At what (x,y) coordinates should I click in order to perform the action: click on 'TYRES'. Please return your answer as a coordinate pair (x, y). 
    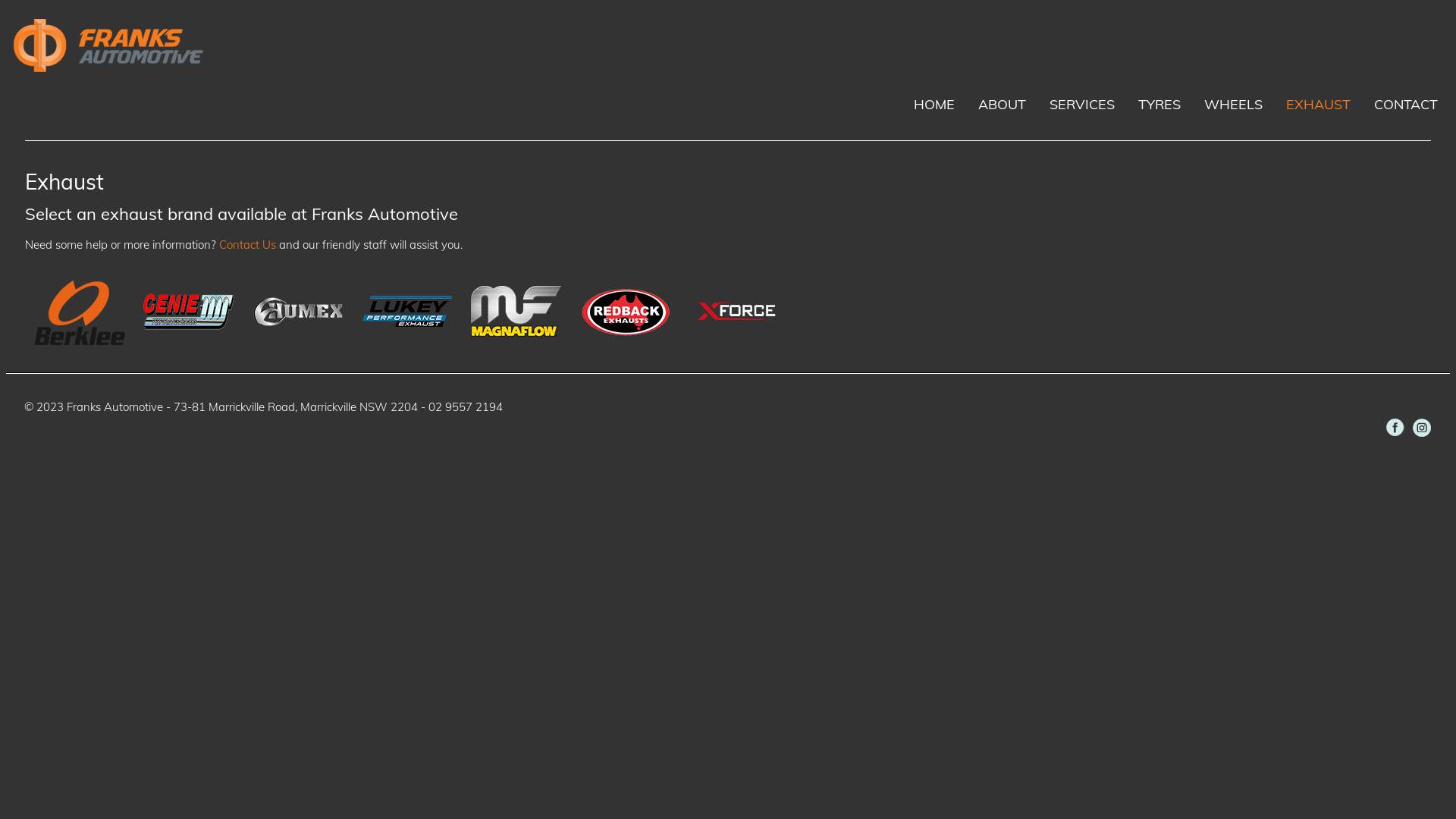
    Looking at the image, I should click on (1159, 103).